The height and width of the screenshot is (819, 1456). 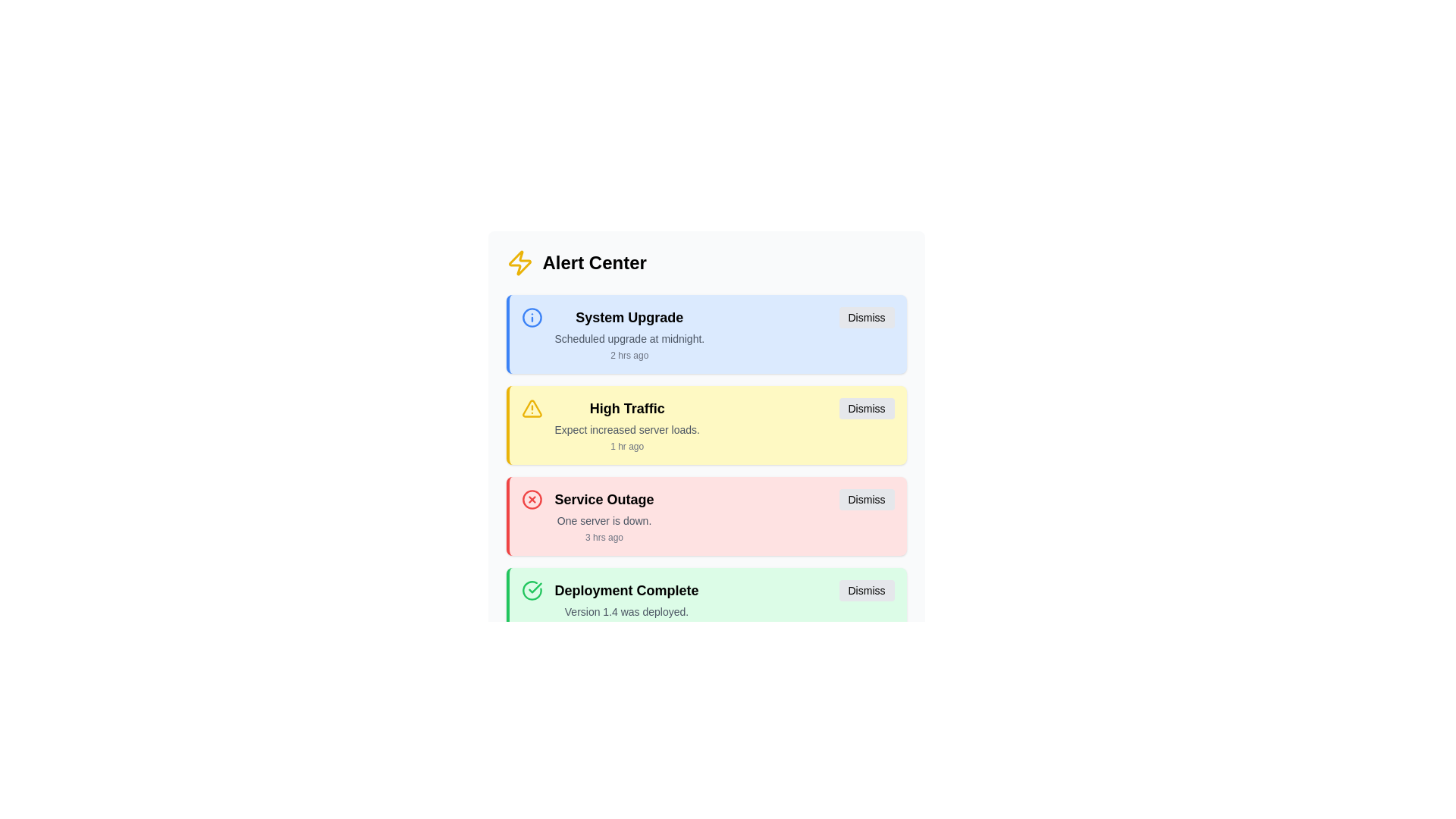 What do you see at coordinates (627, 425) in the screenshot?
I see `the text 'High Traffic' within the yellow notification card to read the alert message` at bounding box center [627, 425].